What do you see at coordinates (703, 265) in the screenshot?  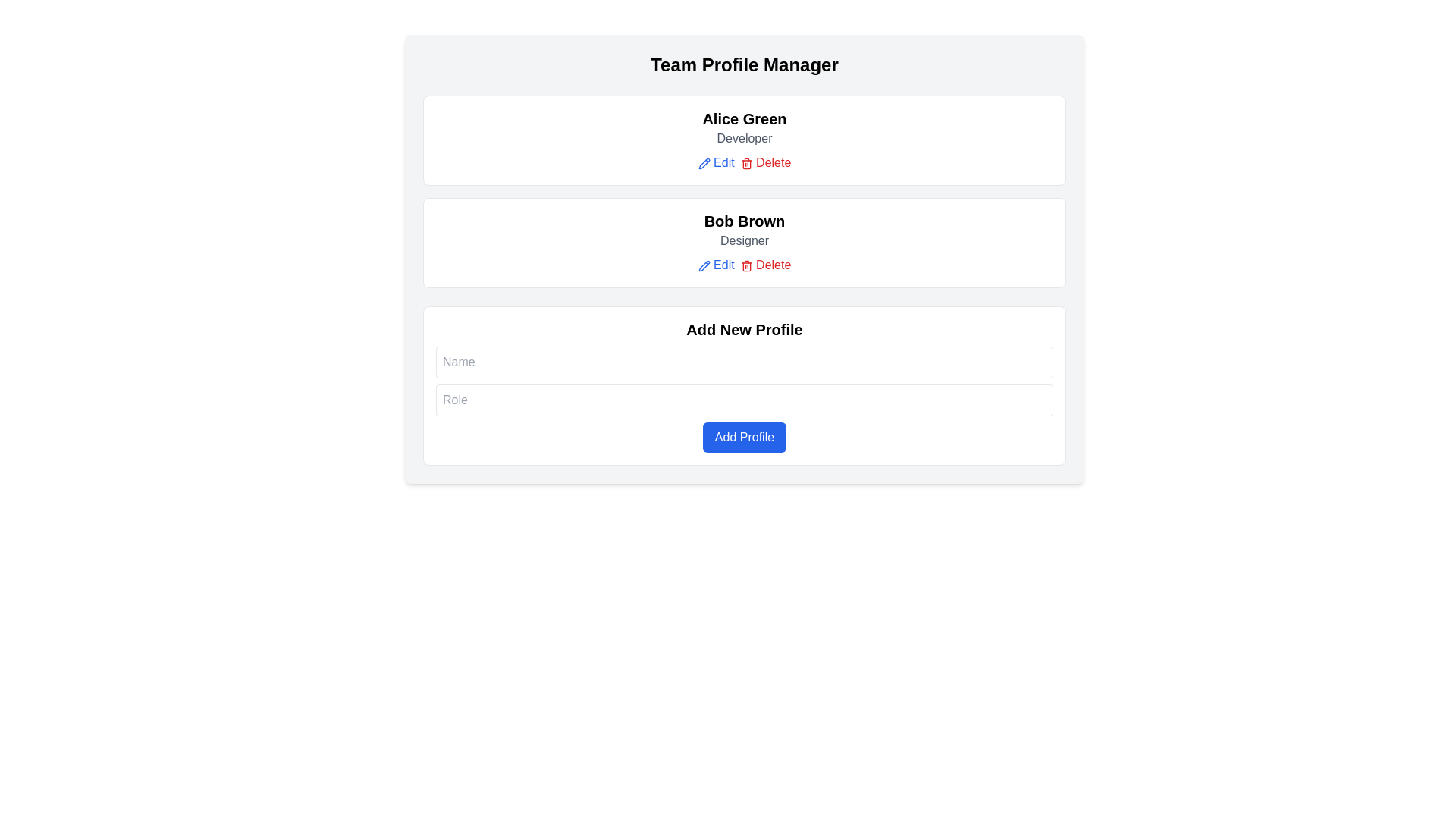 I see `the edit icon associated with team member 'Bob Brown'` at bounding box center [703, 265].